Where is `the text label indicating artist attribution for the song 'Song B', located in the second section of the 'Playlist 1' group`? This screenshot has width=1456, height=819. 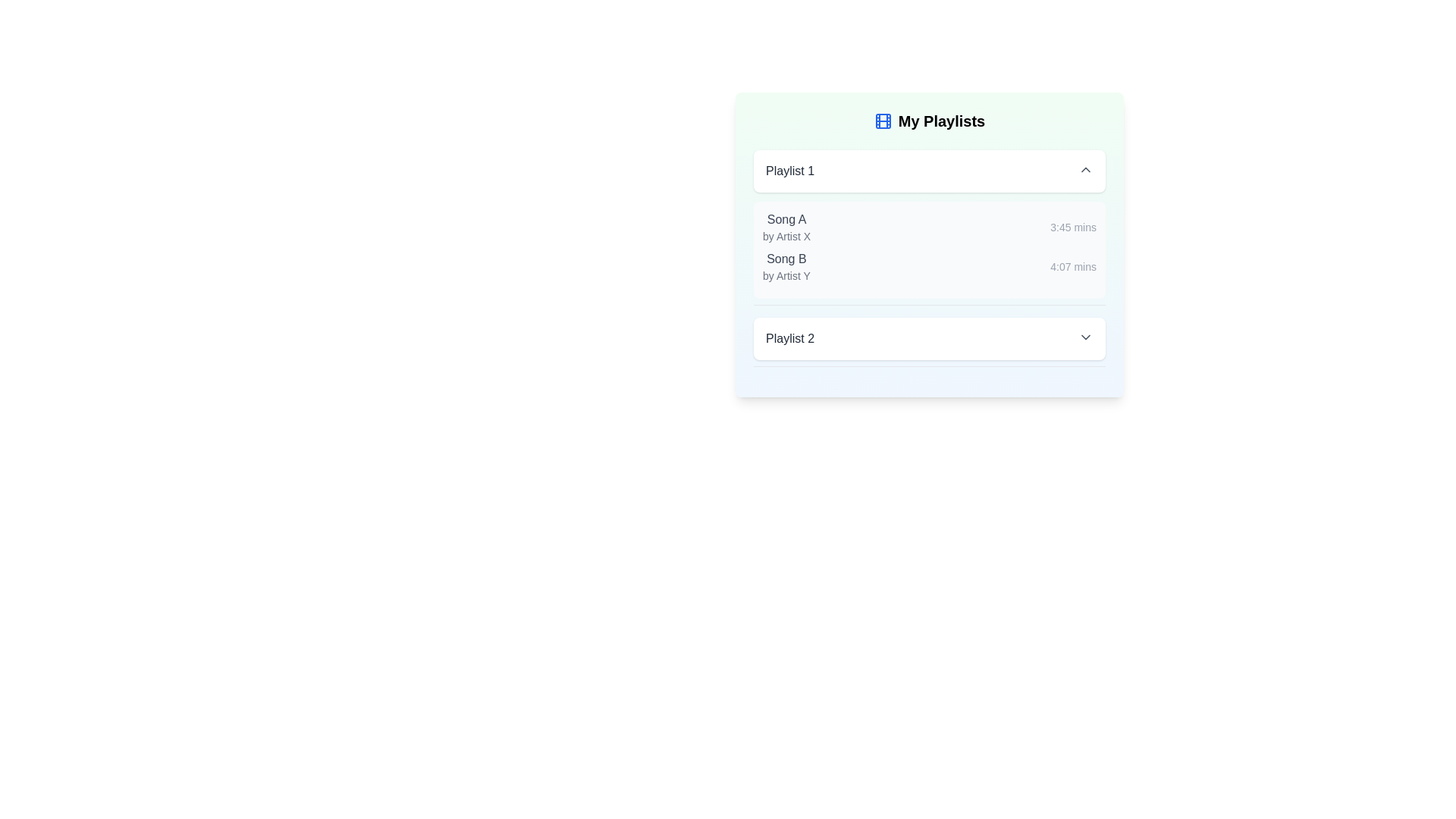 the text label indicating artist attribution for the song 'Song B', located in the second section of the 'Playlist 1' group is located at coordinates (786, 275).